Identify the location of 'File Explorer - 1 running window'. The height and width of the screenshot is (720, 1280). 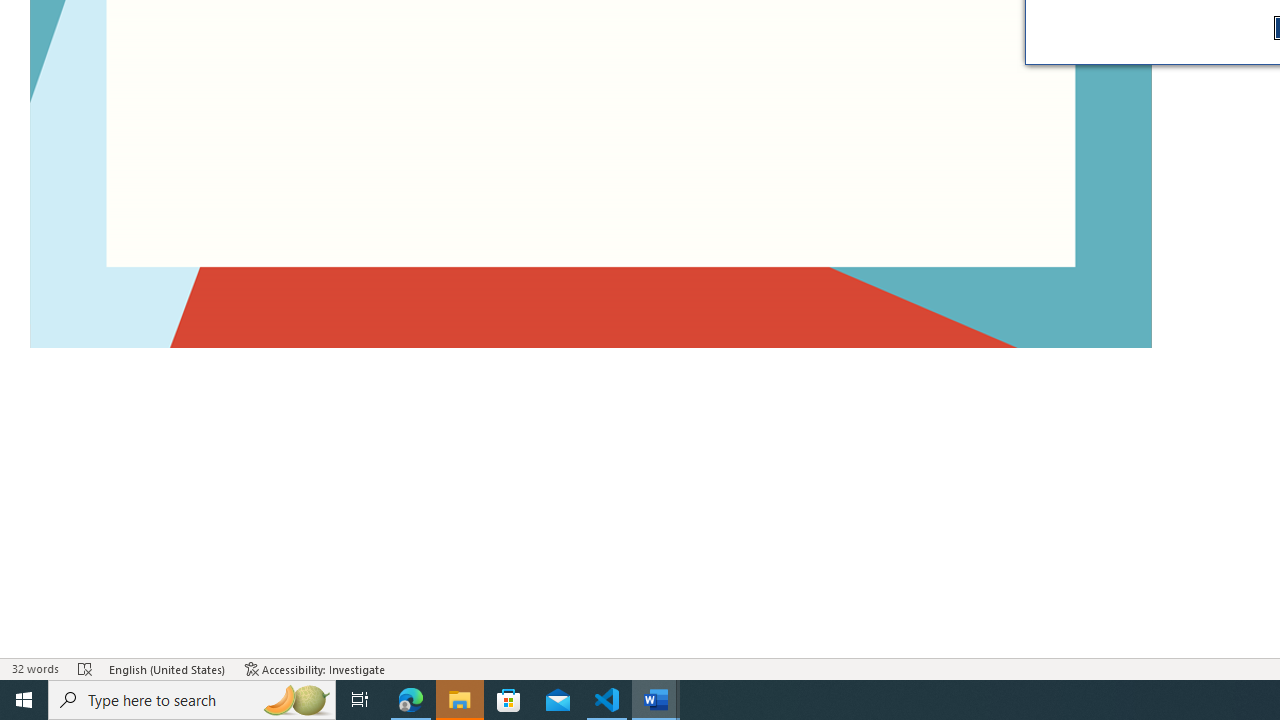
(459, 698).